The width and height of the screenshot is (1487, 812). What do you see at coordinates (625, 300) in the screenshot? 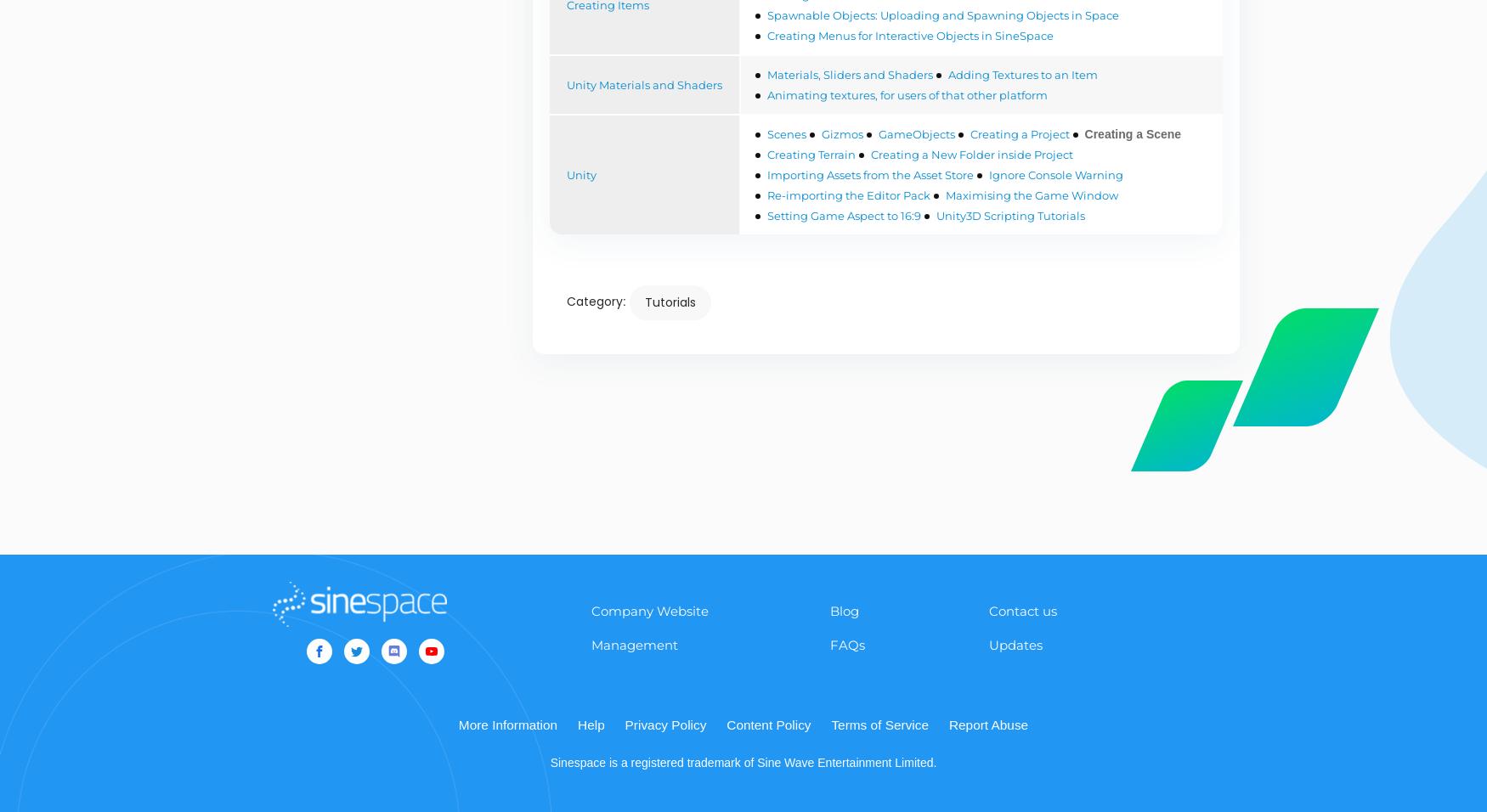
I see `':'` at bounding box center [625, 300].